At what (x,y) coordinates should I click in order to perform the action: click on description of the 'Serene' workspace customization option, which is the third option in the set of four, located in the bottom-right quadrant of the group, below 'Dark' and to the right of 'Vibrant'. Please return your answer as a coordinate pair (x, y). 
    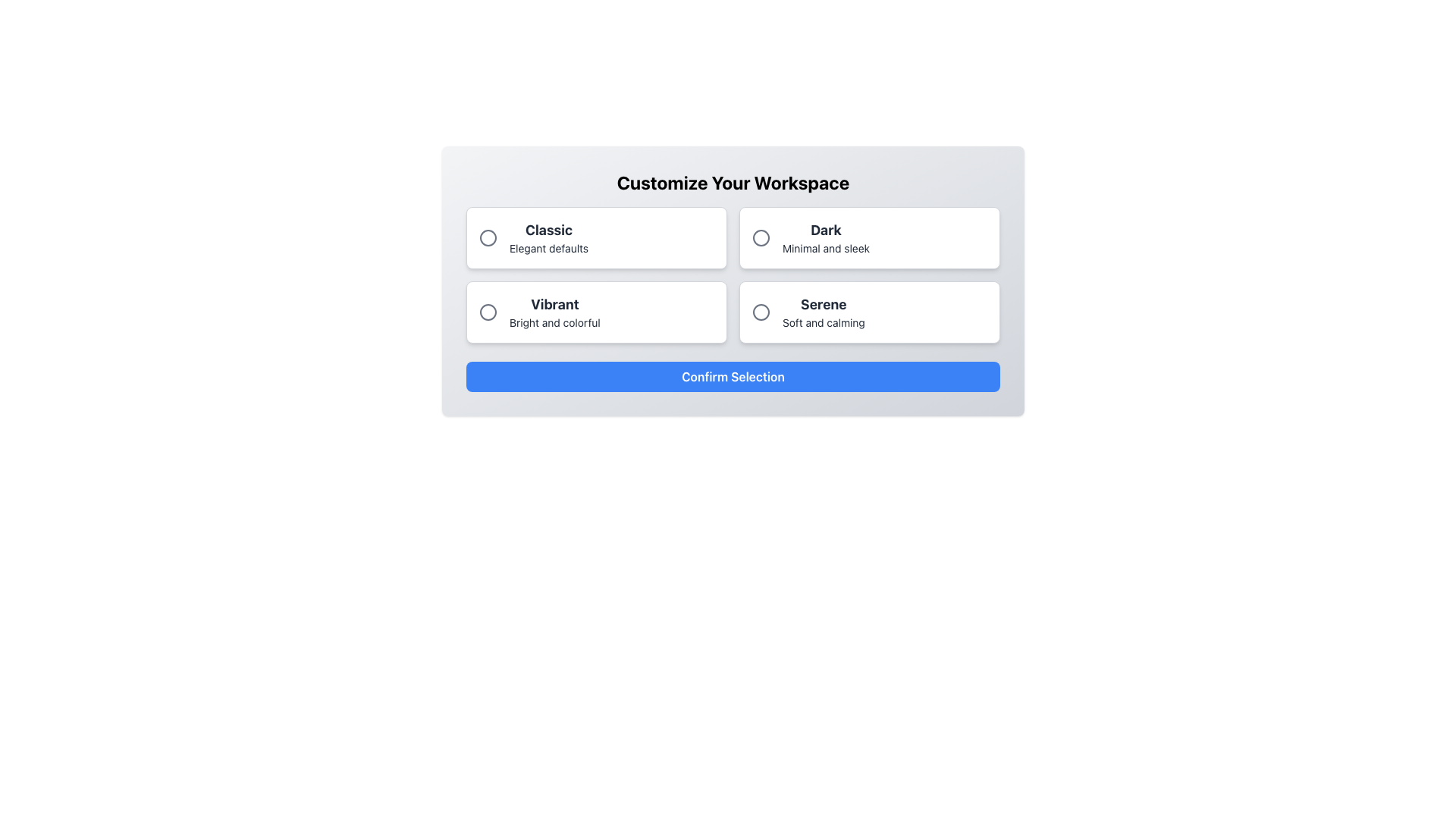
    Looking at the image, I should click on (823, 312).